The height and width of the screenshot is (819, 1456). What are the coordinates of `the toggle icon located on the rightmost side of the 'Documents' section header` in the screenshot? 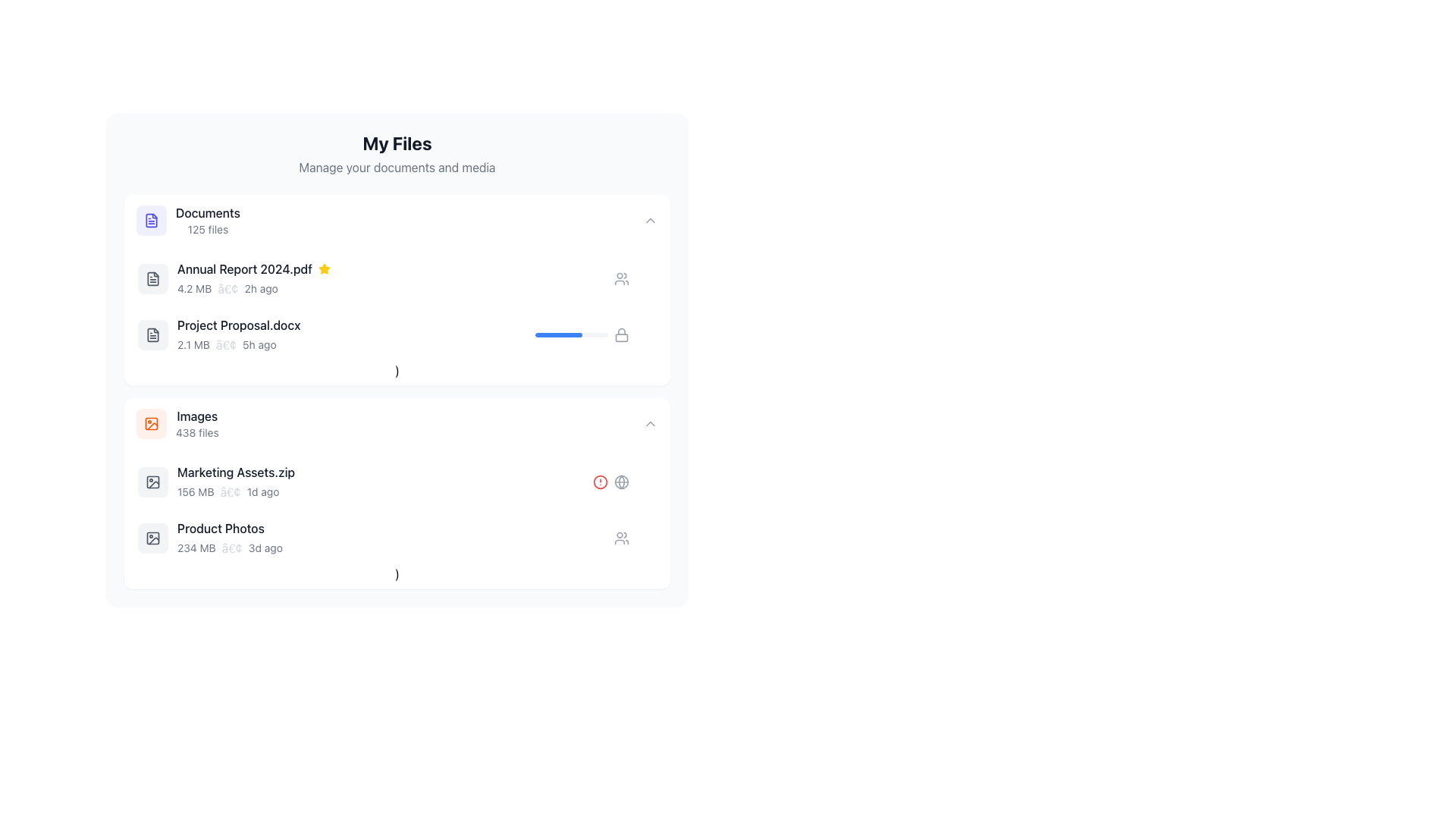 It's located at (651, 220).